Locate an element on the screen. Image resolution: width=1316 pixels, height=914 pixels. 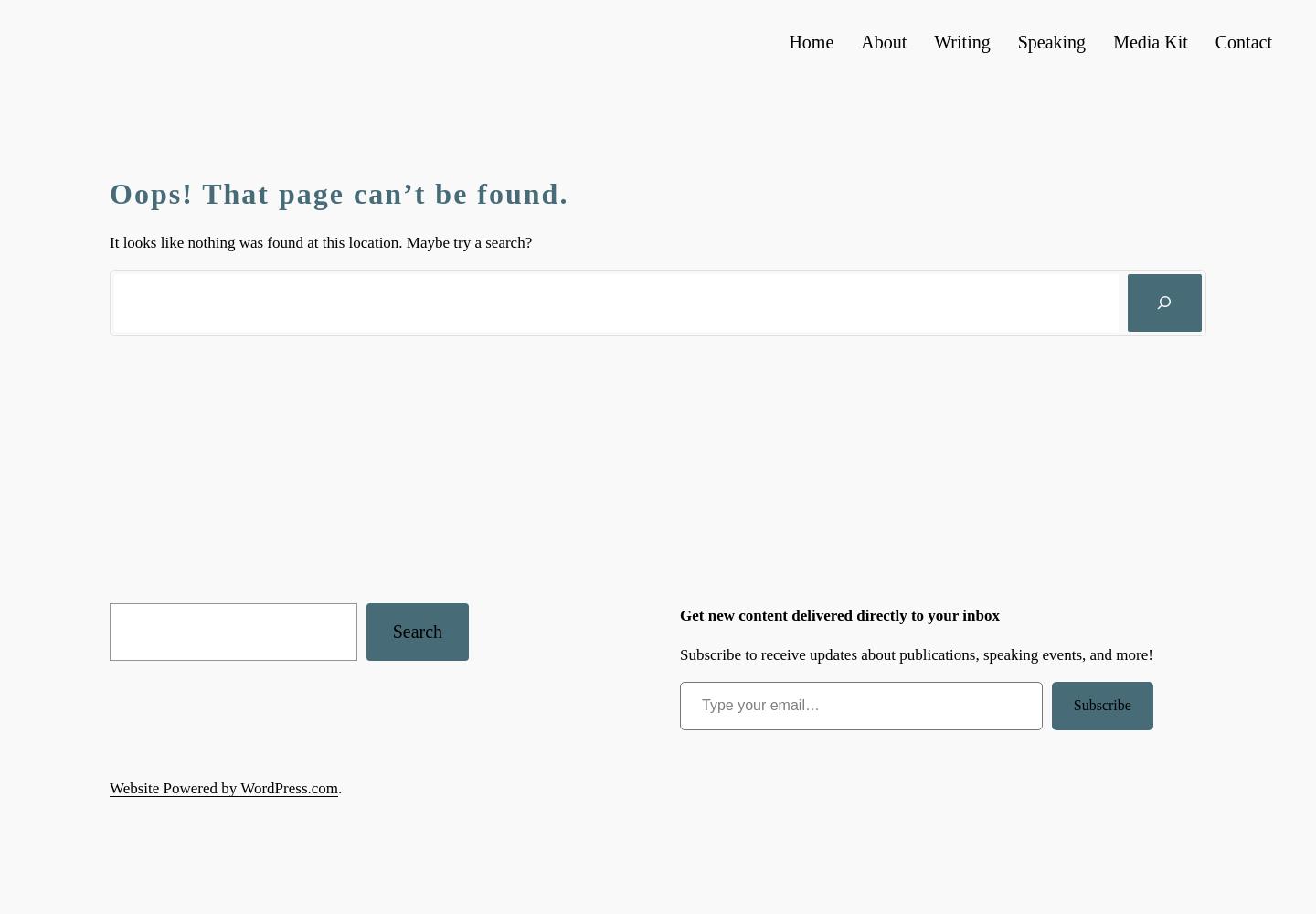
'Media Kit' is located at coordinates (1149, 42).